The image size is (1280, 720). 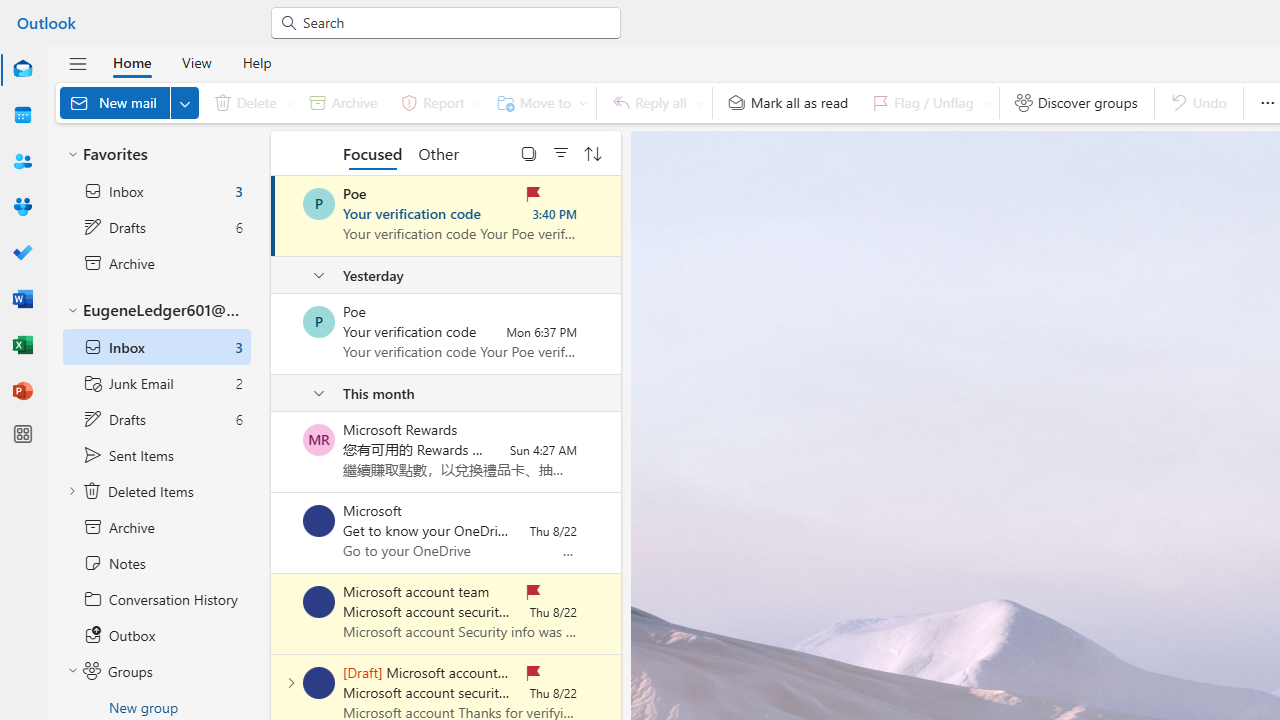 I want to click on 'Discover groups', so click(x=1075, y=102).